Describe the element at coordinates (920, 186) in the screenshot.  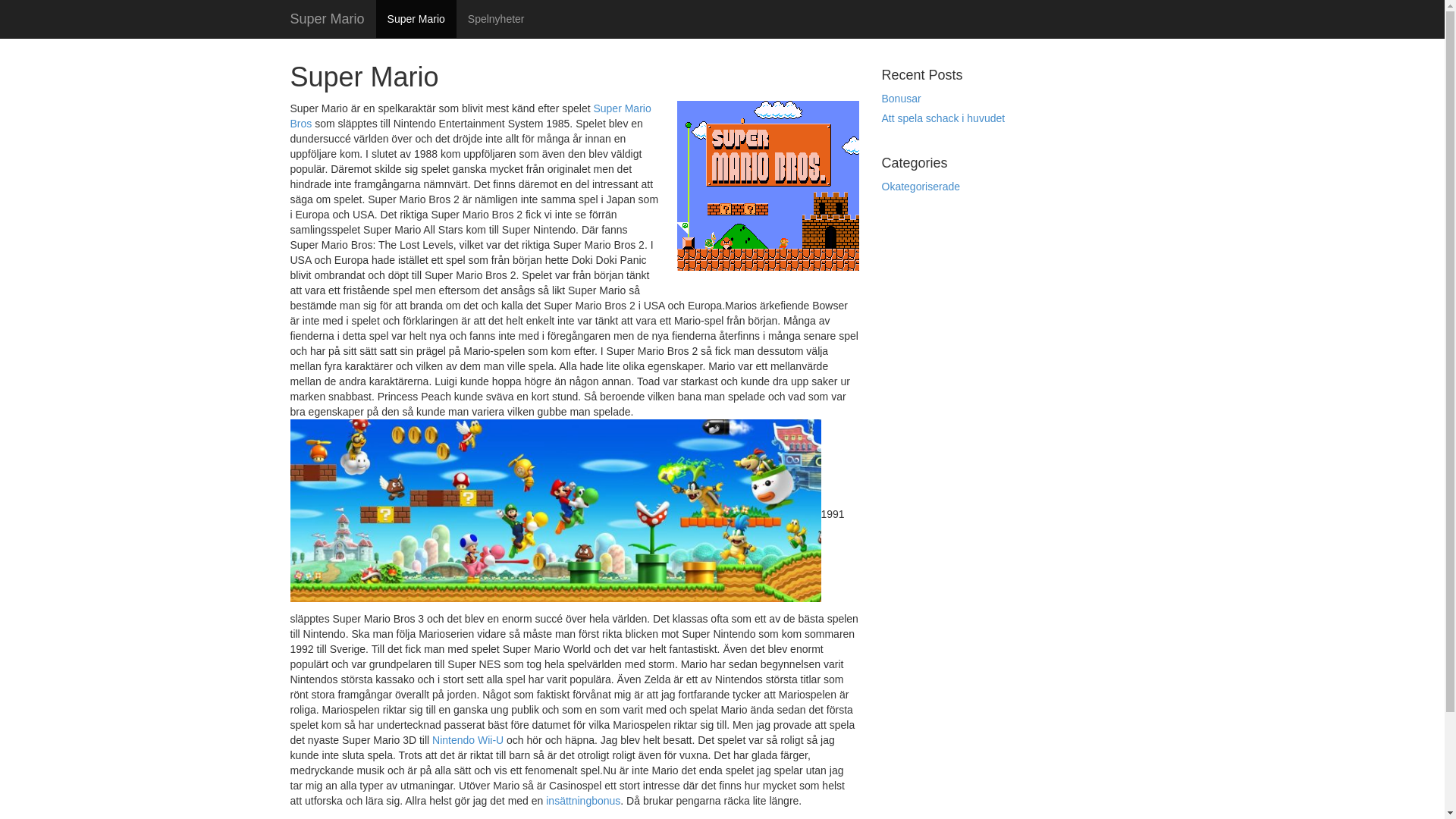
I see `'Okategoriserade'` at that location.